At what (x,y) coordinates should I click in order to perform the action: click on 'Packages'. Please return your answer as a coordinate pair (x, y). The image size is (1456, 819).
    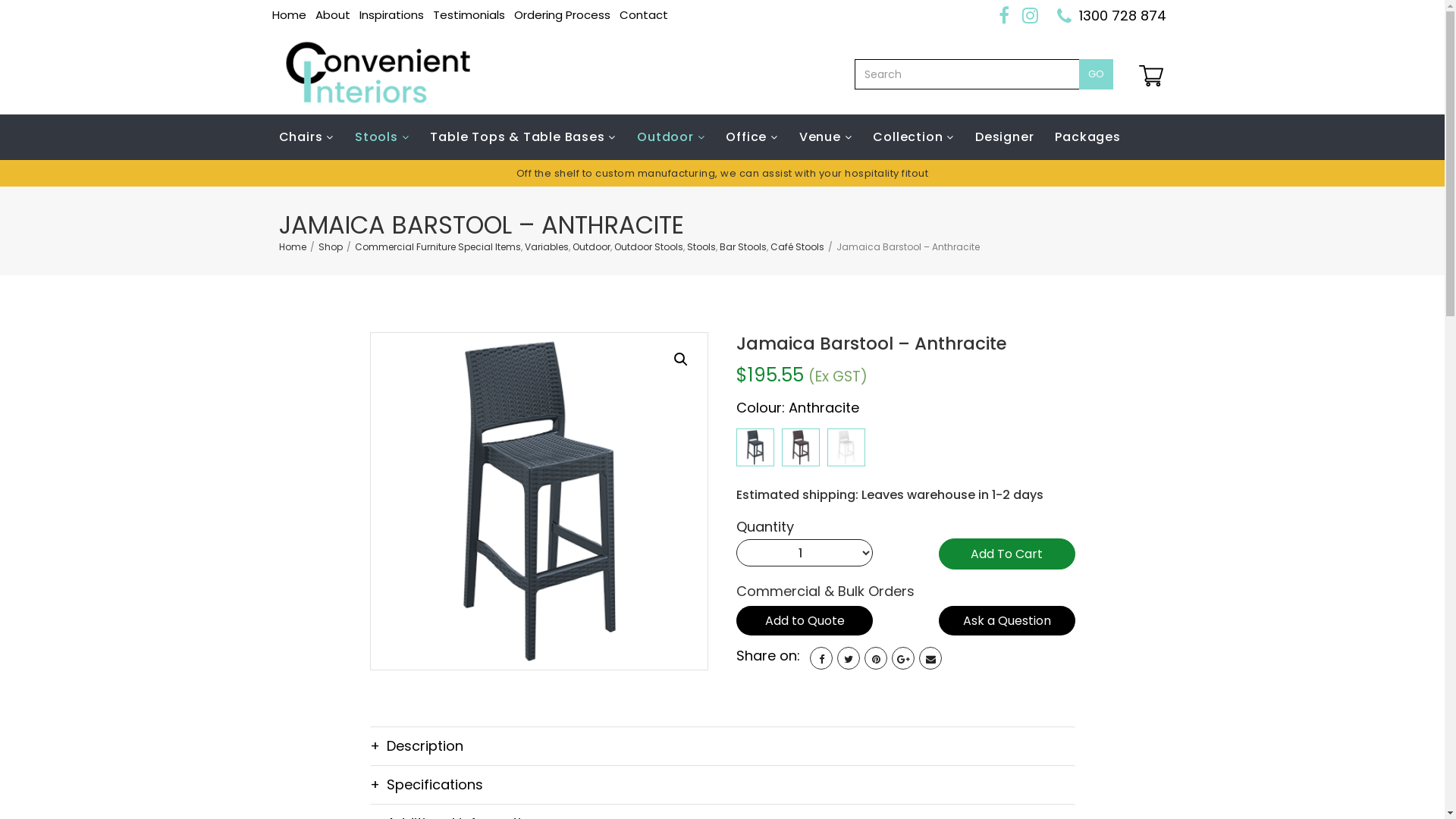
    Looking at the image, I should click on (1087, 137).